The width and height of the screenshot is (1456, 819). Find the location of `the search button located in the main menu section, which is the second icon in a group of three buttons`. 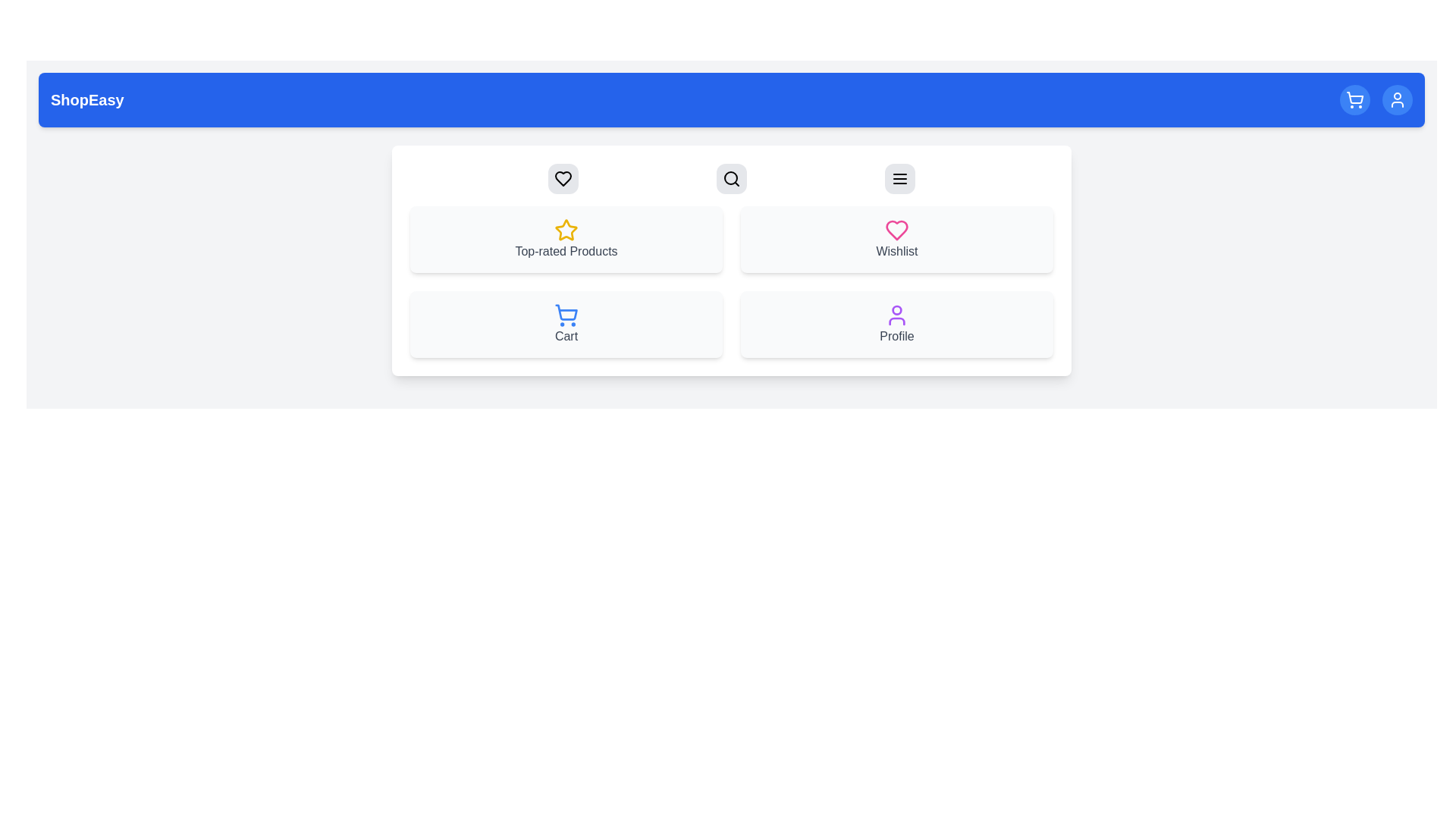

the search button located in the main menu section, which is the second icon in a group of three buttons is located at coordinates (731, 177).